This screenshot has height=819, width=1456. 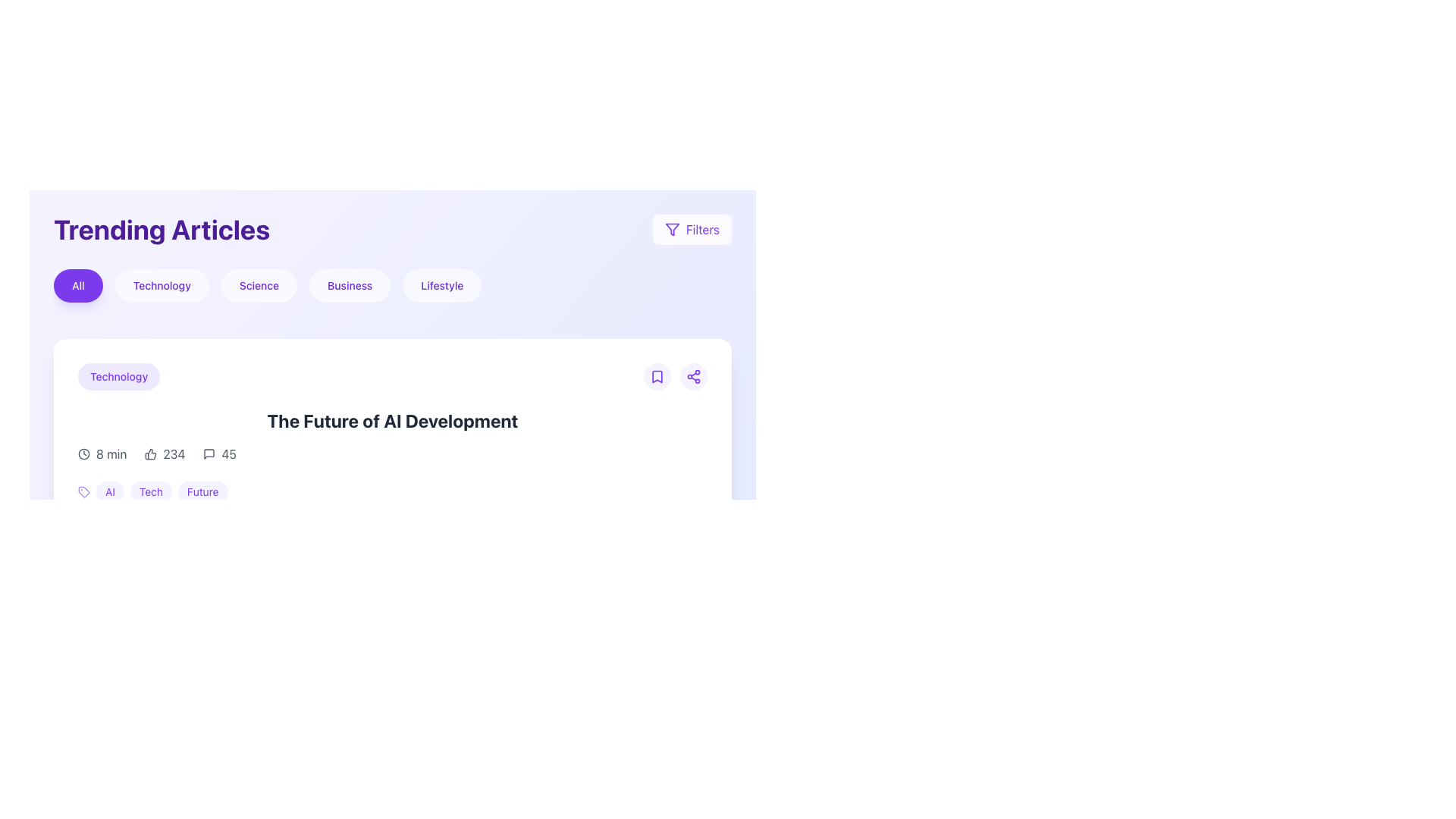 What do you see at coordinates (151, 453) in the screenshot?
I see `the thumbs-up icon used for liking content` at bounding box center [151, 453].